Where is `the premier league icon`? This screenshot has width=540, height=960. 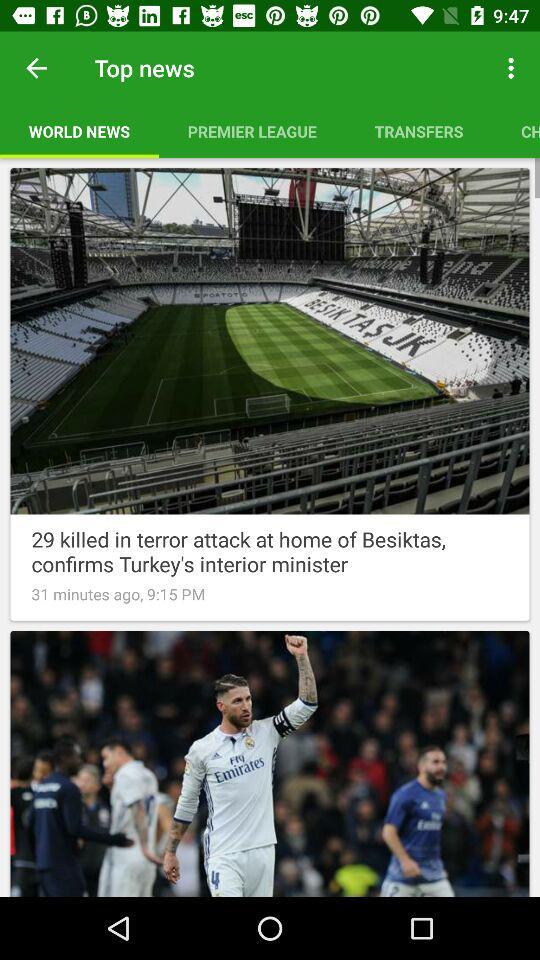 the premier league icon is located at coordinates (252, 130).